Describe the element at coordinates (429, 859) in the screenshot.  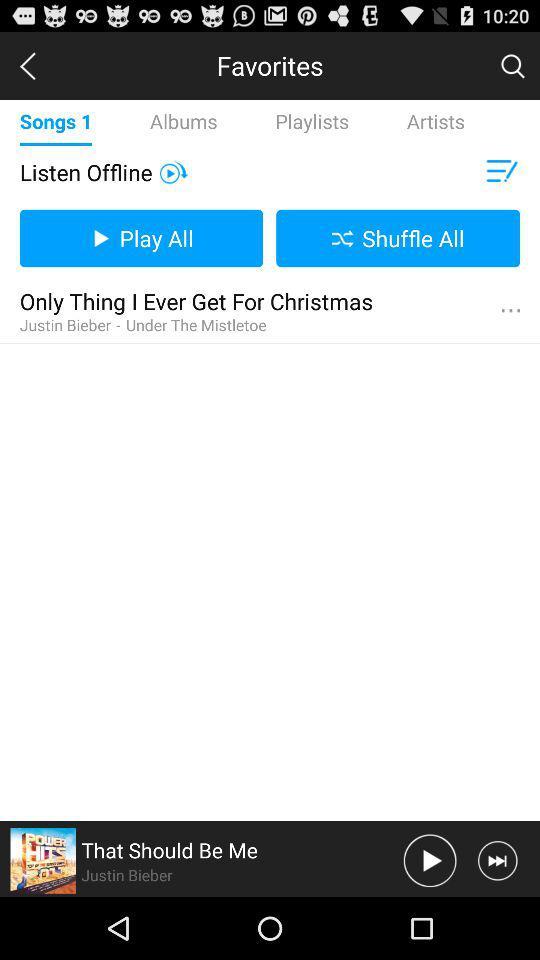
I see `song` at that location.